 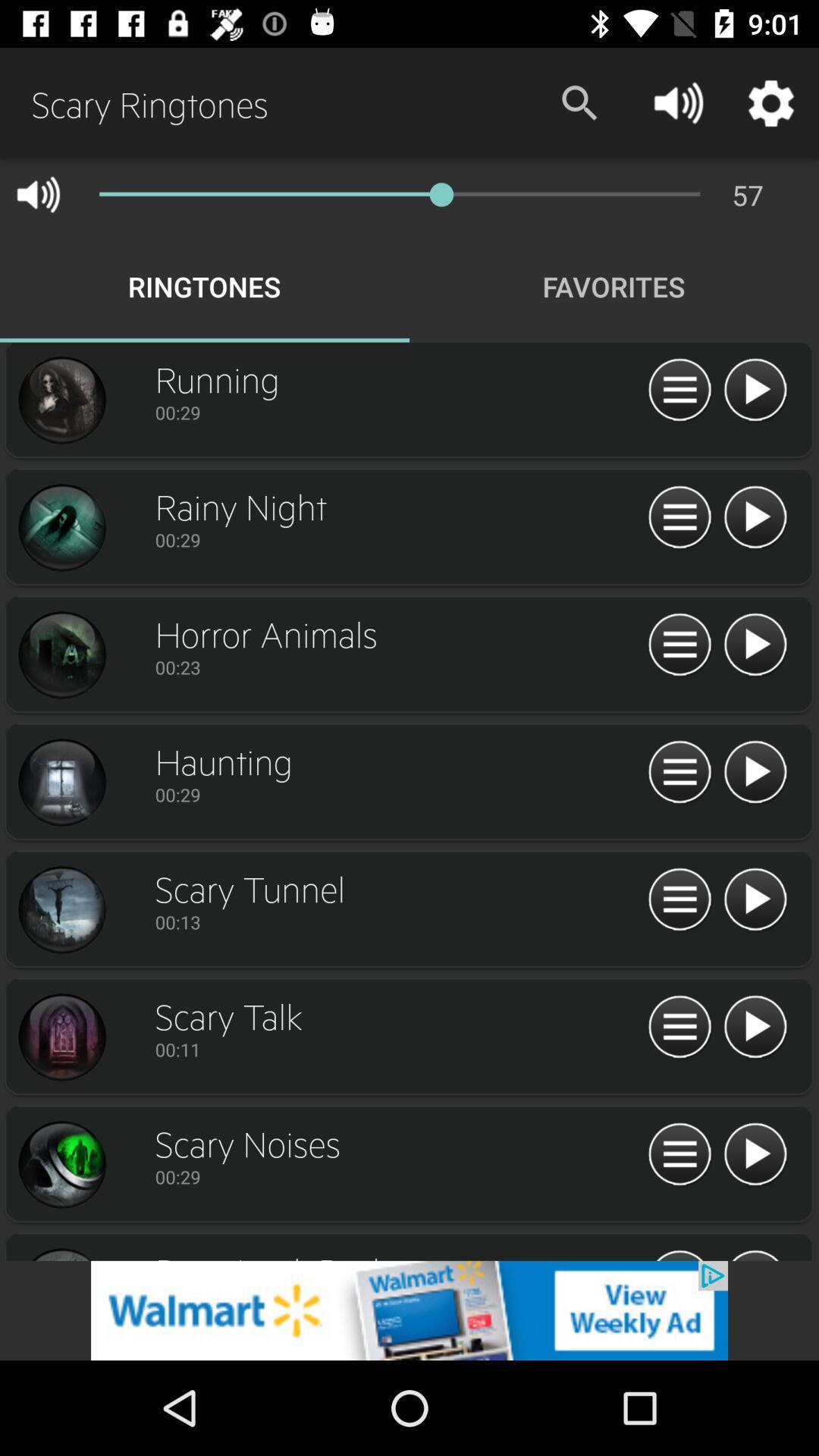 I want to click on audio, so click(x=755, y=391).